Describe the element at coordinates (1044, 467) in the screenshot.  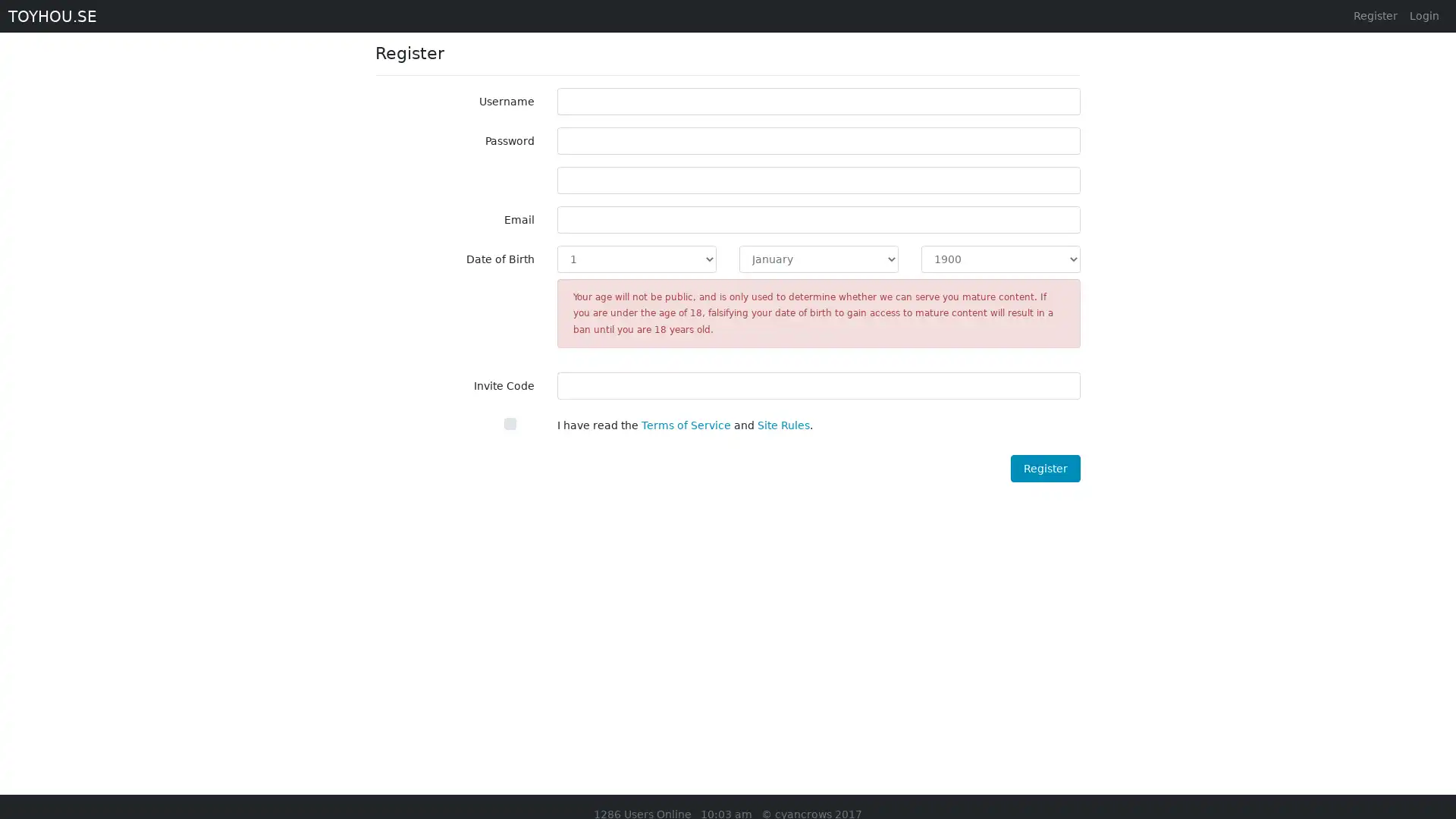
I see `Register` at that location.